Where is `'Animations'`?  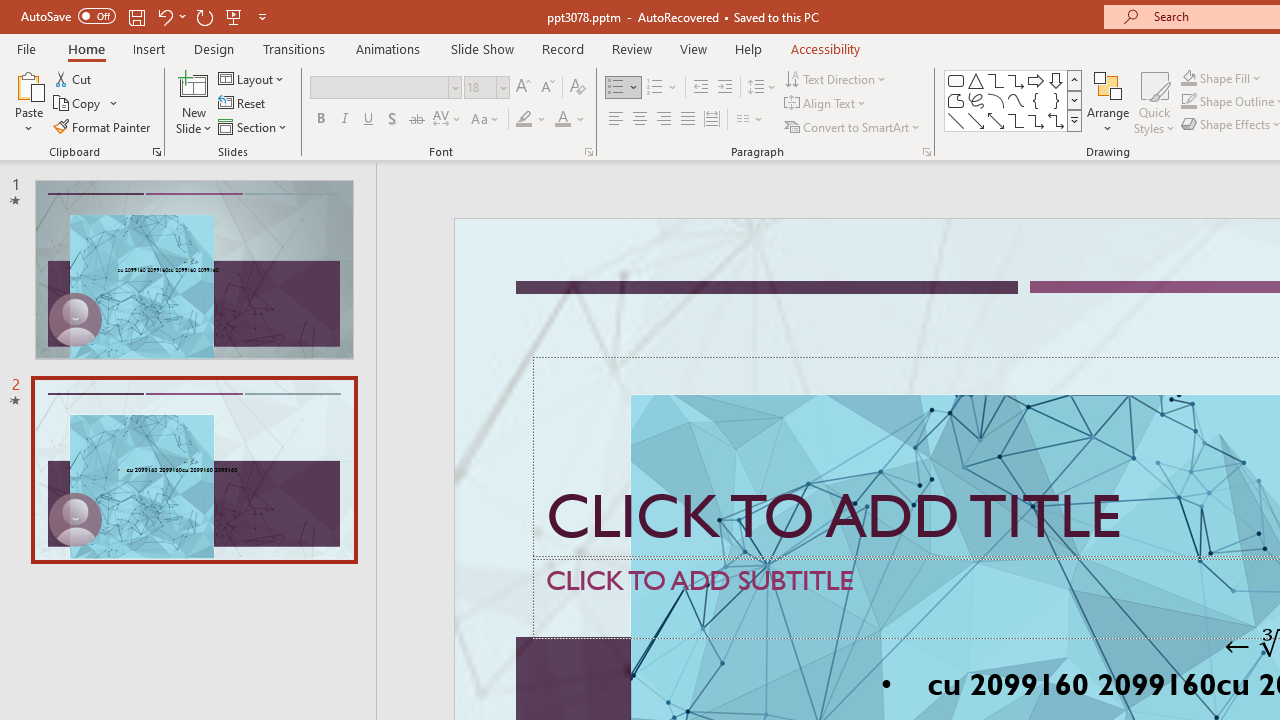
'Animations' is located at coordinates (388, 48).